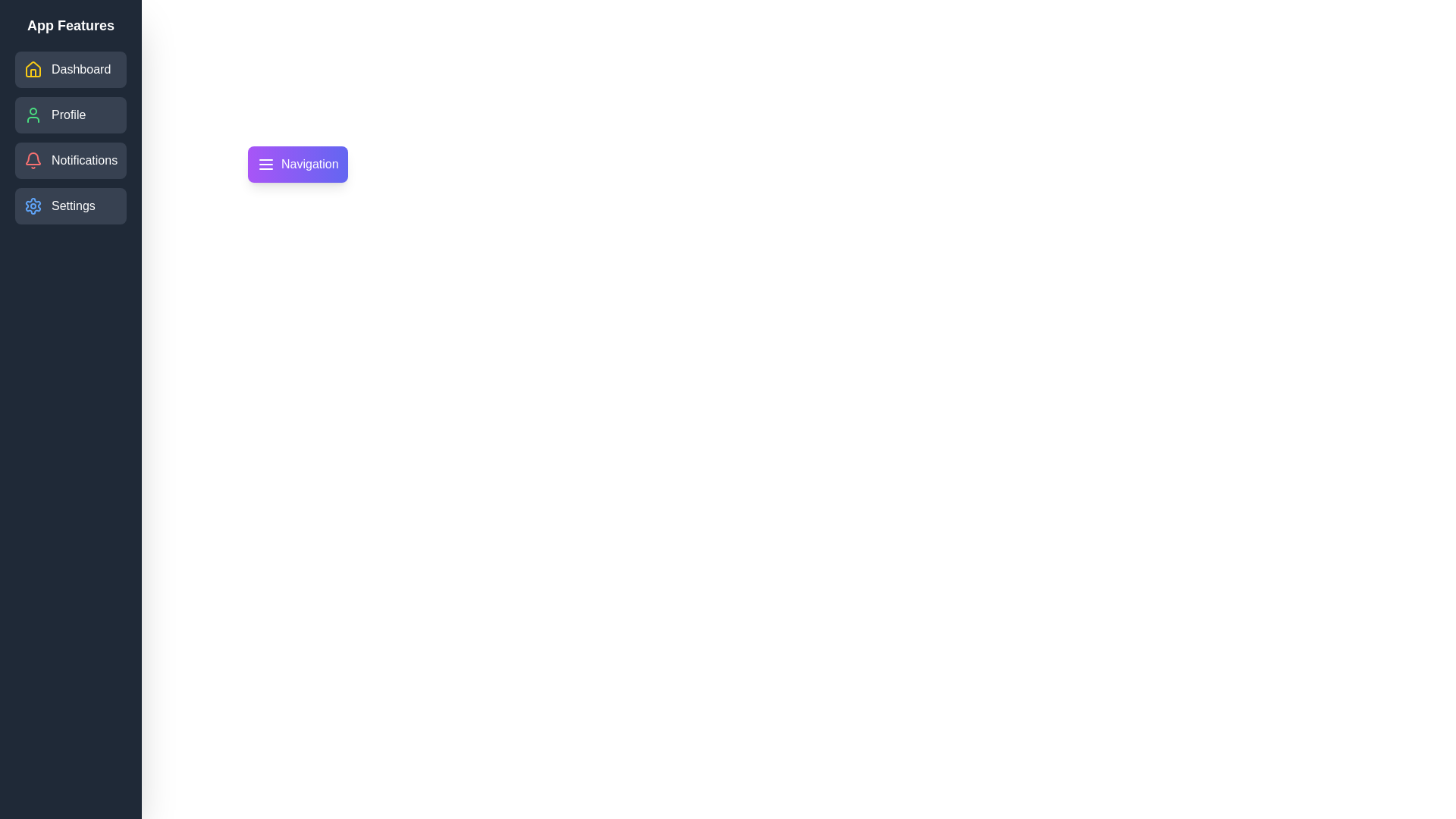 This screenshot has width=1456, height=819. Describe the element at coordinates (297, 164) in the screenshot. I see `the 'Navigation' button to toggle the drawer` at that location.